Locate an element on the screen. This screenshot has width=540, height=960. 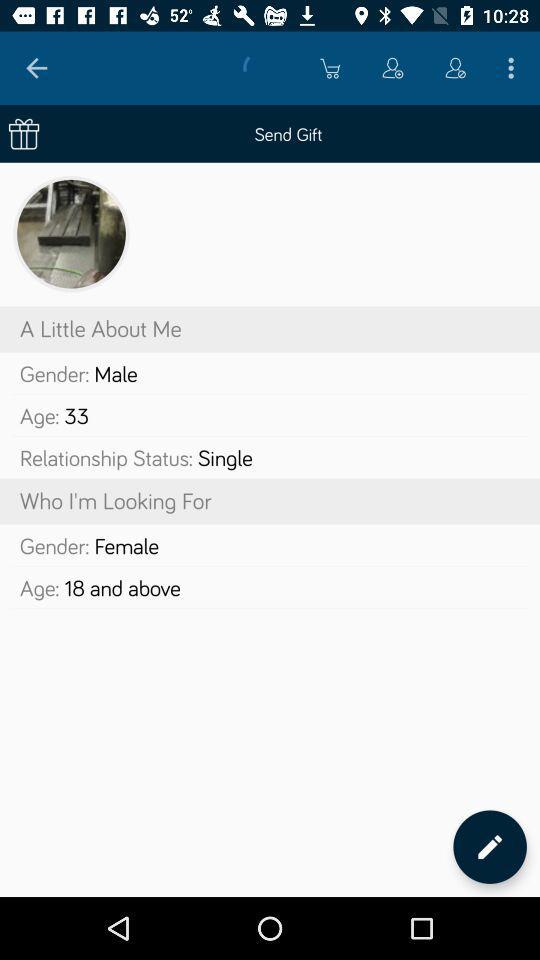
icon above send gift icon is located at coordinates (513, 68).